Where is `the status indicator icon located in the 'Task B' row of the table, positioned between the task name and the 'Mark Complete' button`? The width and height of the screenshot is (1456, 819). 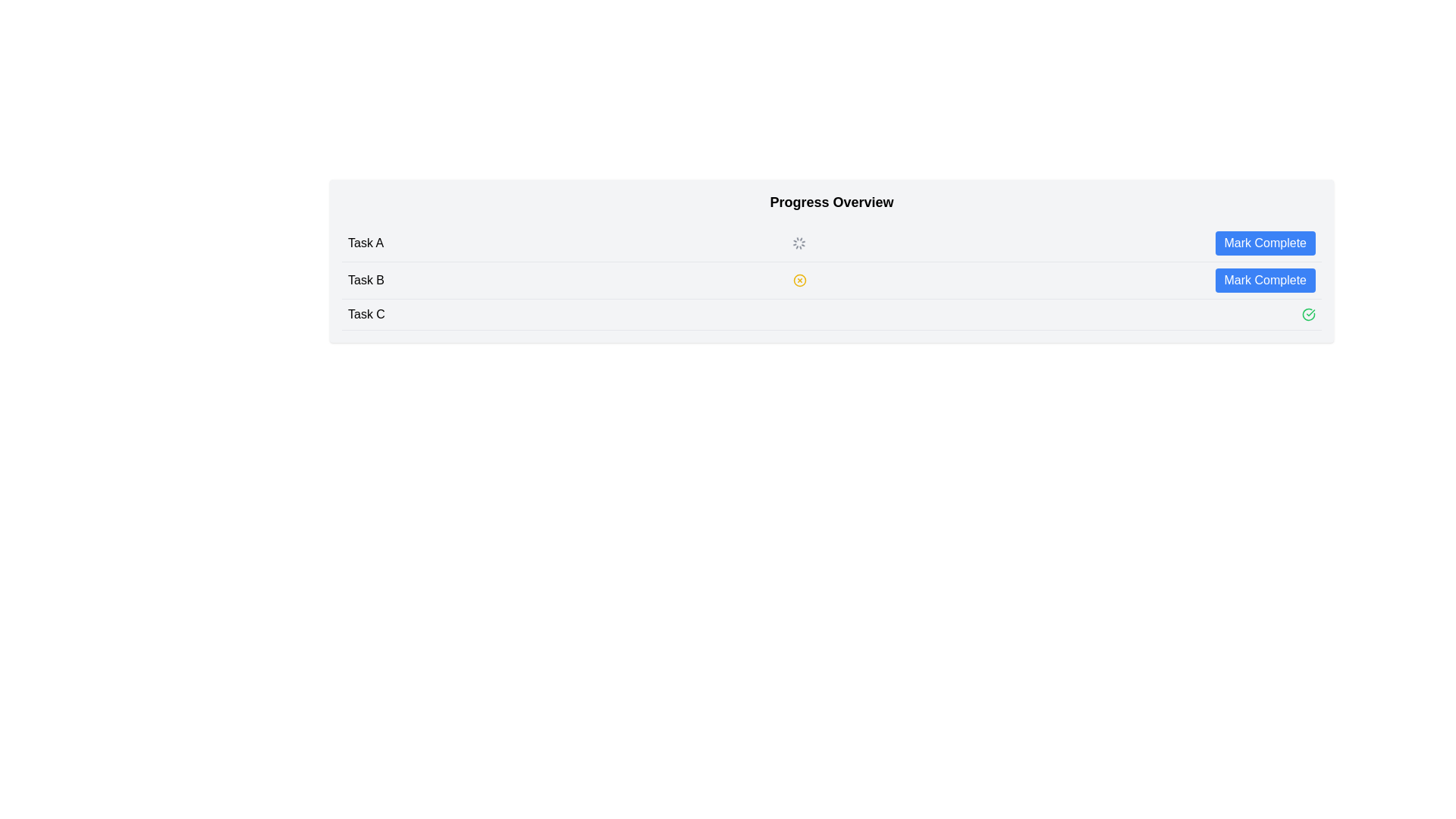 the status indicator icon located in the 'Task B' row of the table, positioned between the task name and the 'Mark Complete' button is located at coordinates (799, 281).